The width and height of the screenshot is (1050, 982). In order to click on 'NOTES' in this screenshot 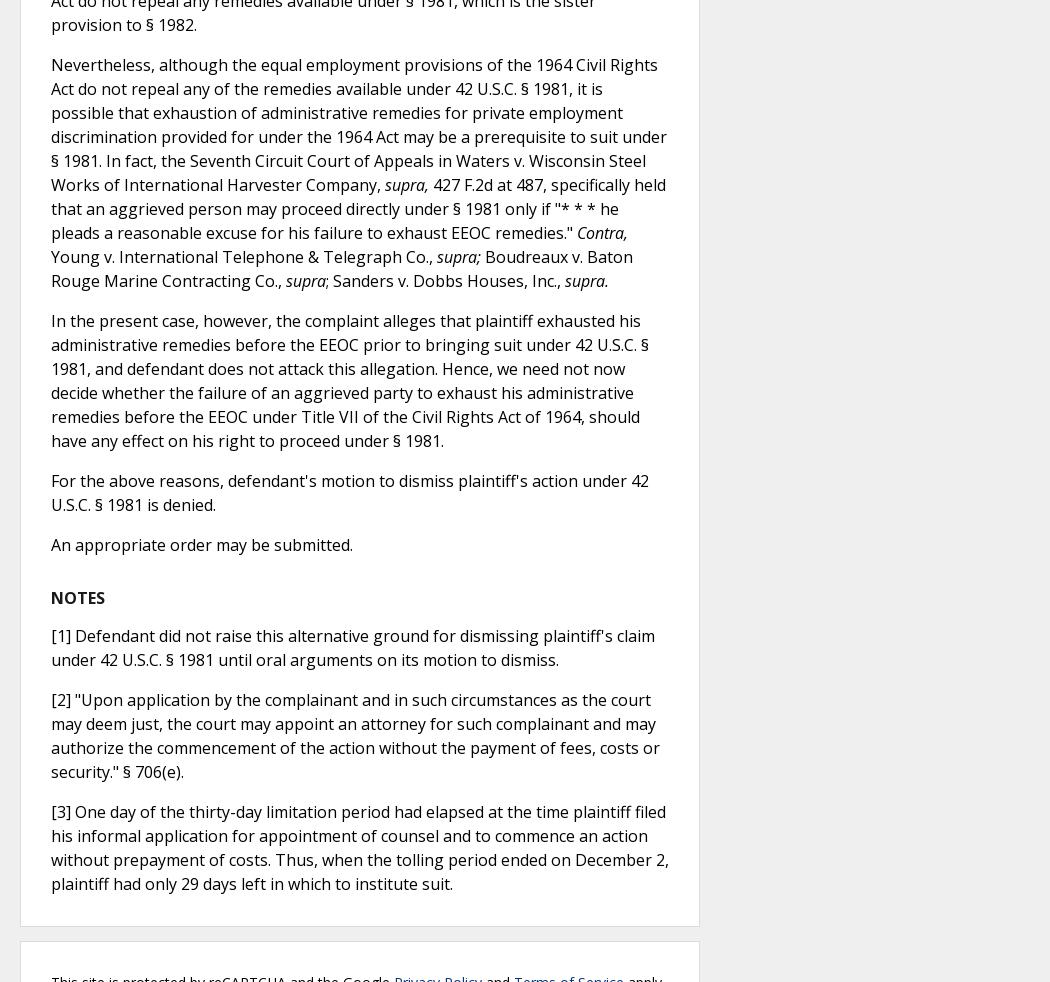, I will do `click(78, 597)`.